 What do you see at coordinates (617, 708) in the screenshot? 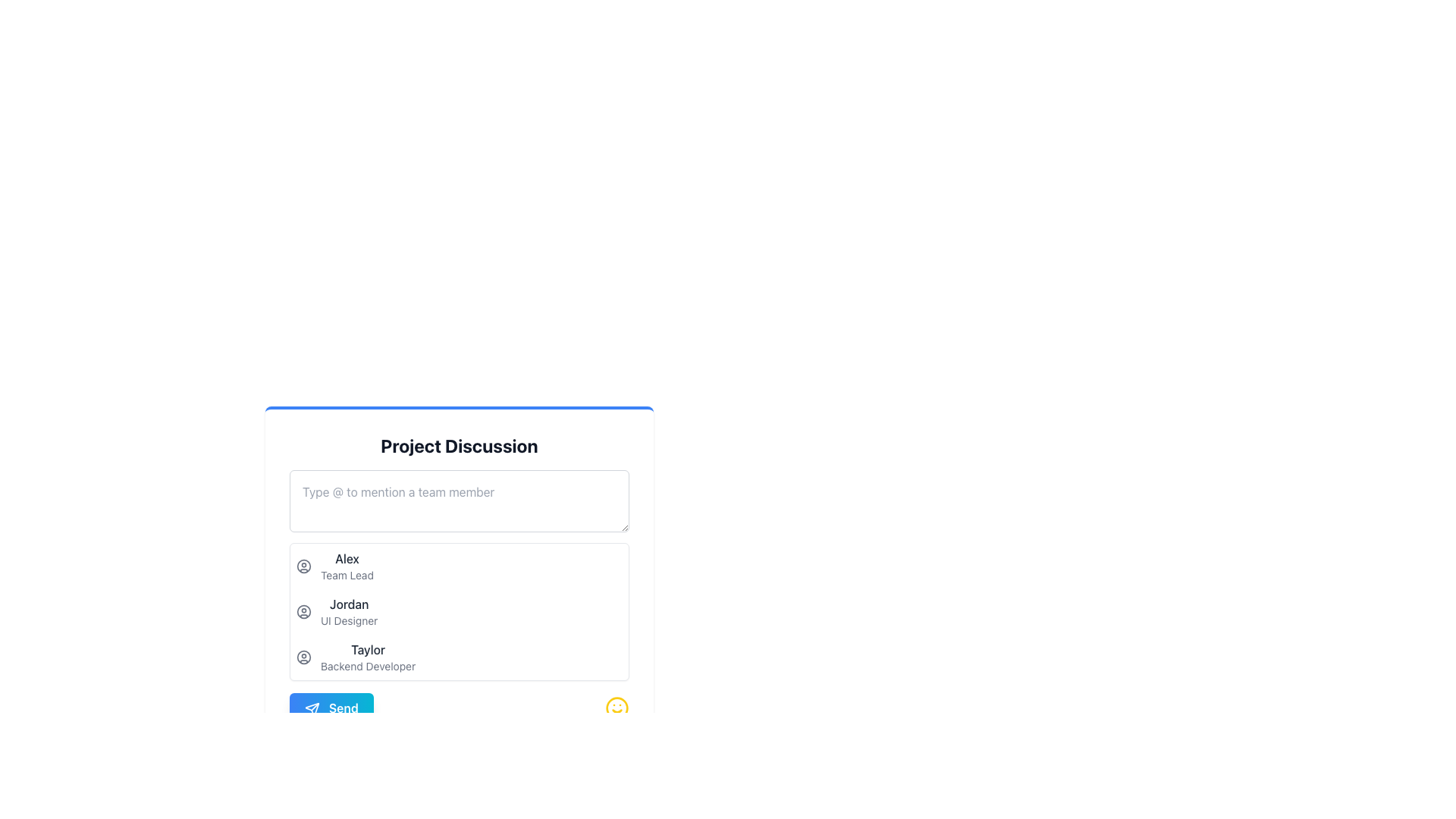
I see `the Circle SVG graphical element located at the bottom-right corner of the interface, which is part of a decorative smiley face icon` at bounding box center [617, 708].